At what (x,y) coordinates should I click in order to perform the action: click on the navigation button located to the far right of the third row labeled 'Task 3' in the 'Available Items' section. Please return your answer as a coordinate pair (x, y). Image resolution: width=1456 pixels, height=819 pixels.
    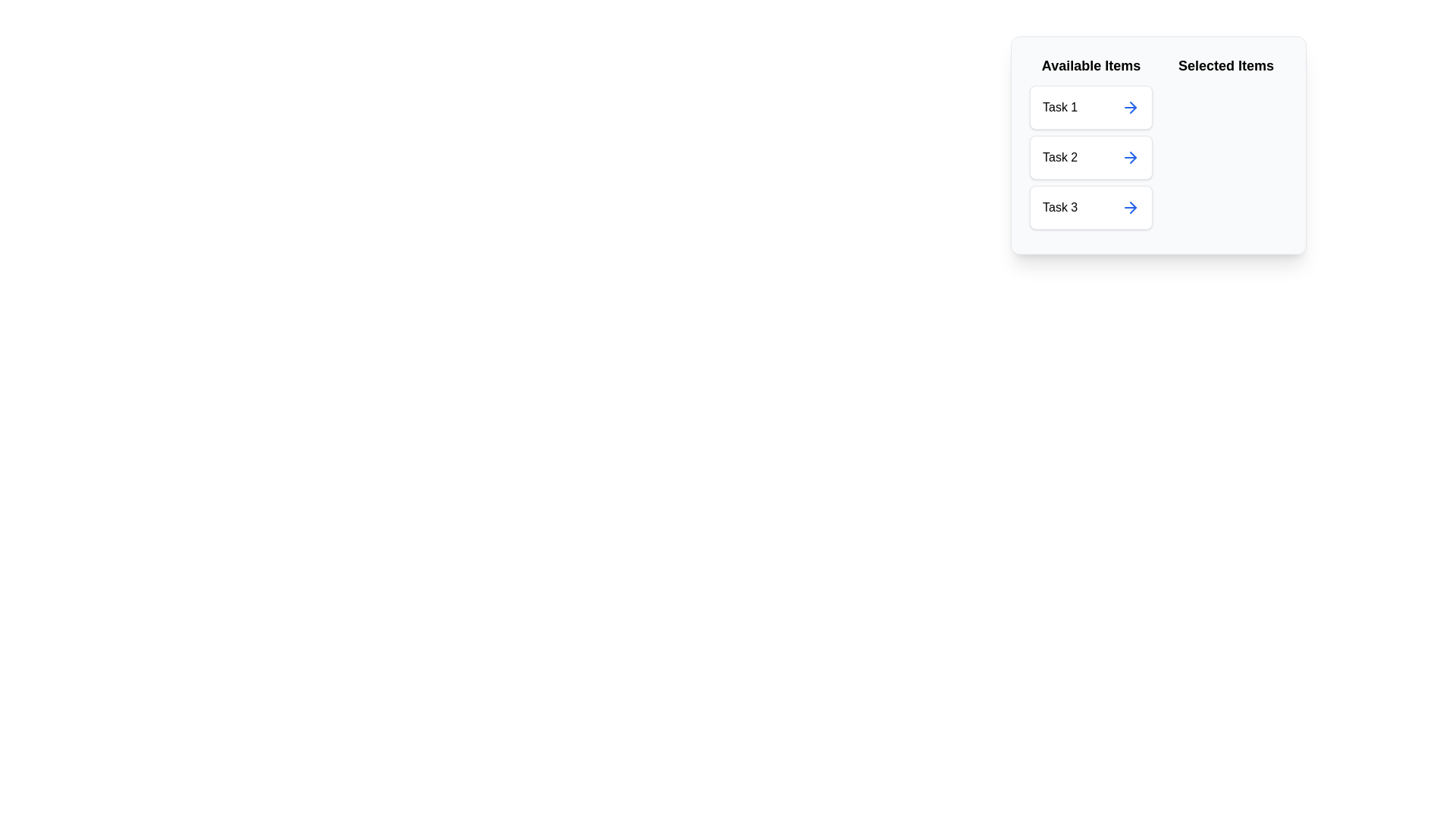
    Looking at the image, I should click on (1131, 207).